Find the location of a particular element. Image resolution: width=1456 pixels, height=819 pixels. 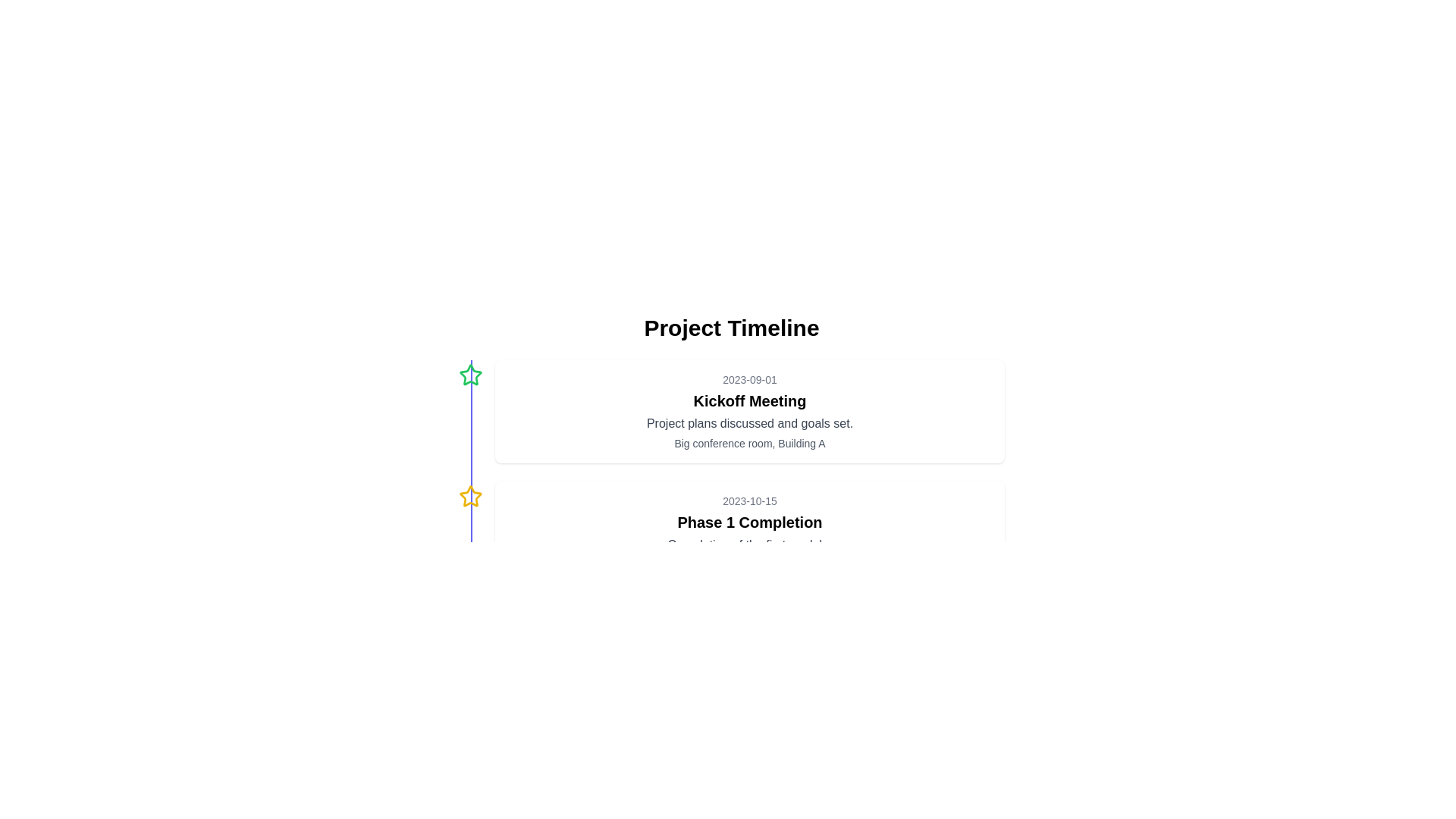

the second star icon adjacent to the timeline marker that signifies a particular event or milestone is located at coordinates (469, 496).